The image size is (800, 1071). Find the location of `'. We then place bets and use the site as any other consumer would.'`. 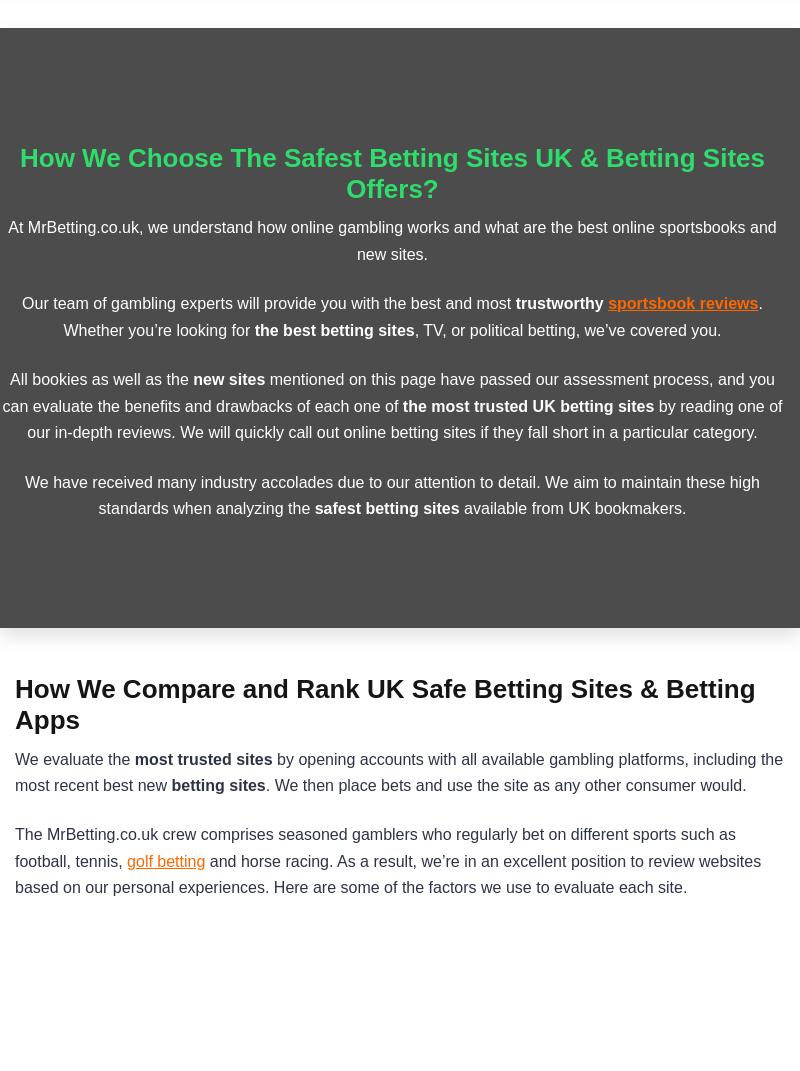

'. We then place bets and use the site as any other consumer would.' is located at coordinates (504, 783).